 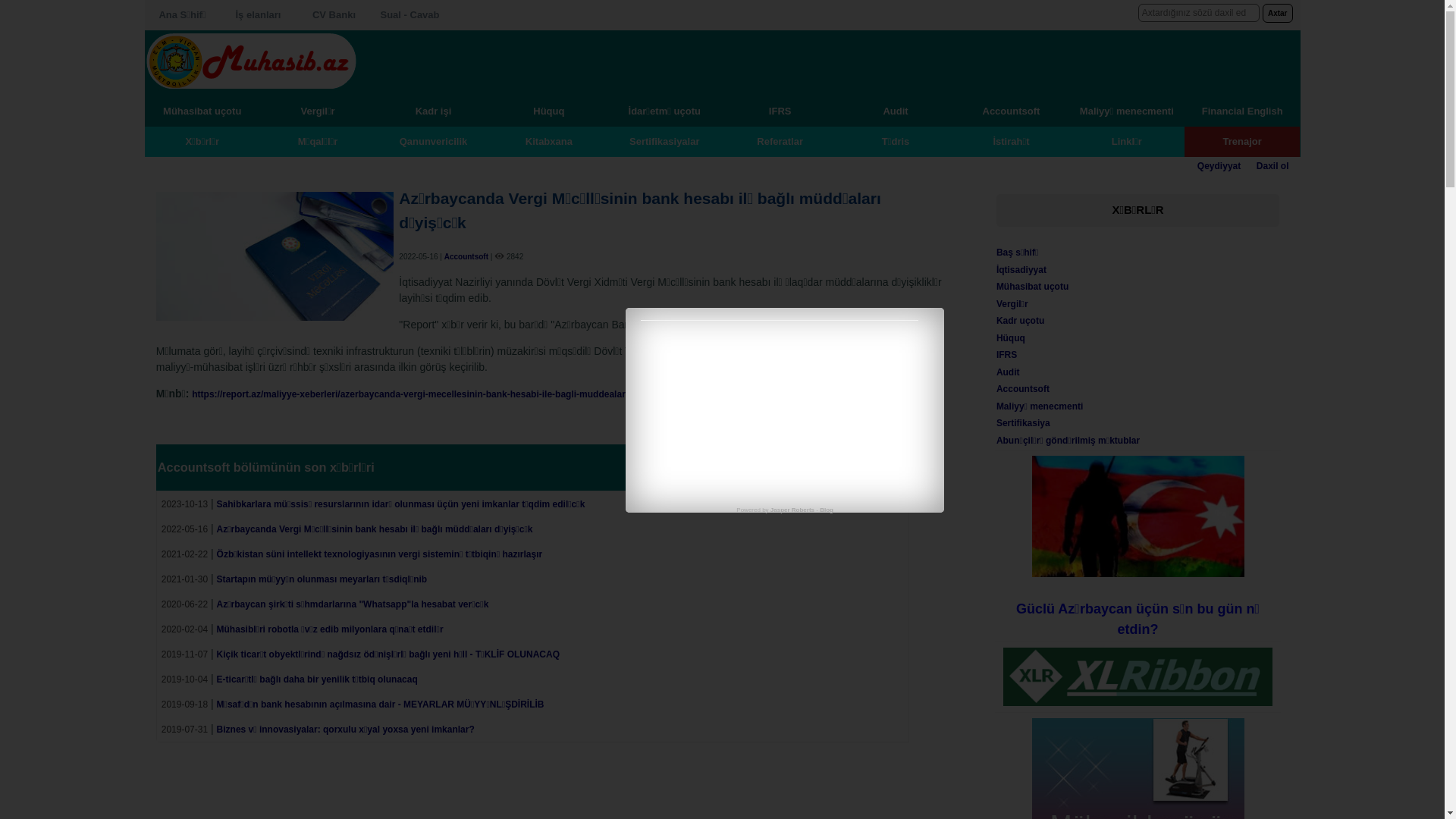 What do you see at coordinates (779, 110) in the screenshot?
I see `'IFRS'` at bounding box center [779, 110].